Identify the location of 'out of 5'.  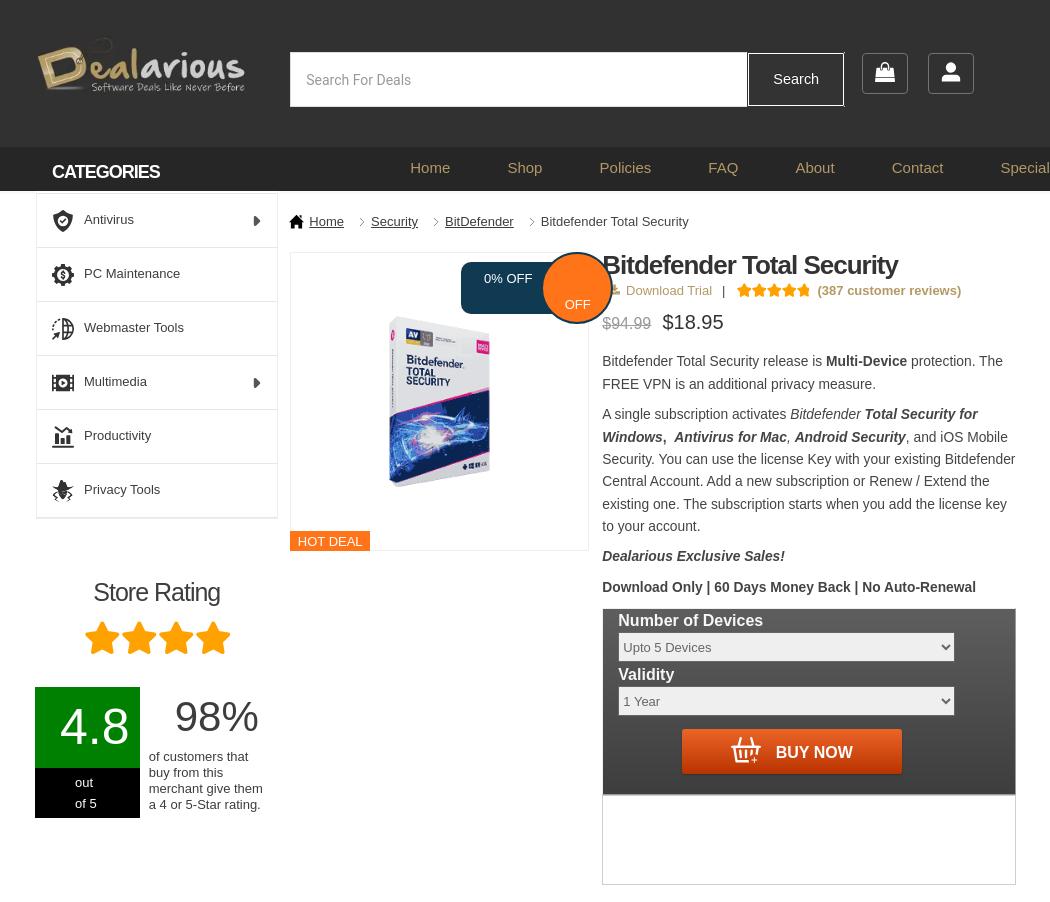
(85, 792).